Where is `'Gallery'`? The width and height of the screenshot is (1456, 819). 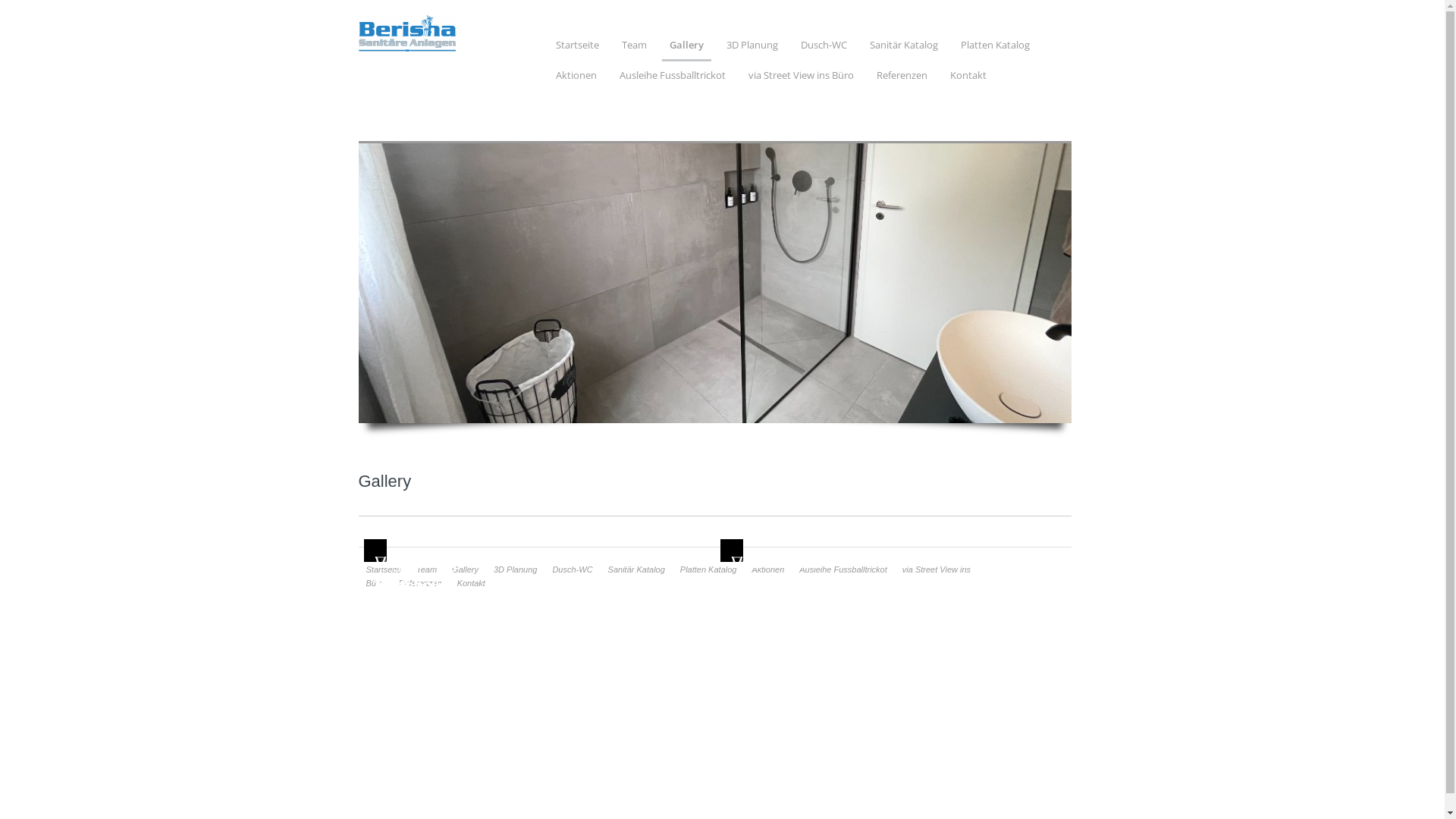
'Gallery' is located at coordinates (464, 570).